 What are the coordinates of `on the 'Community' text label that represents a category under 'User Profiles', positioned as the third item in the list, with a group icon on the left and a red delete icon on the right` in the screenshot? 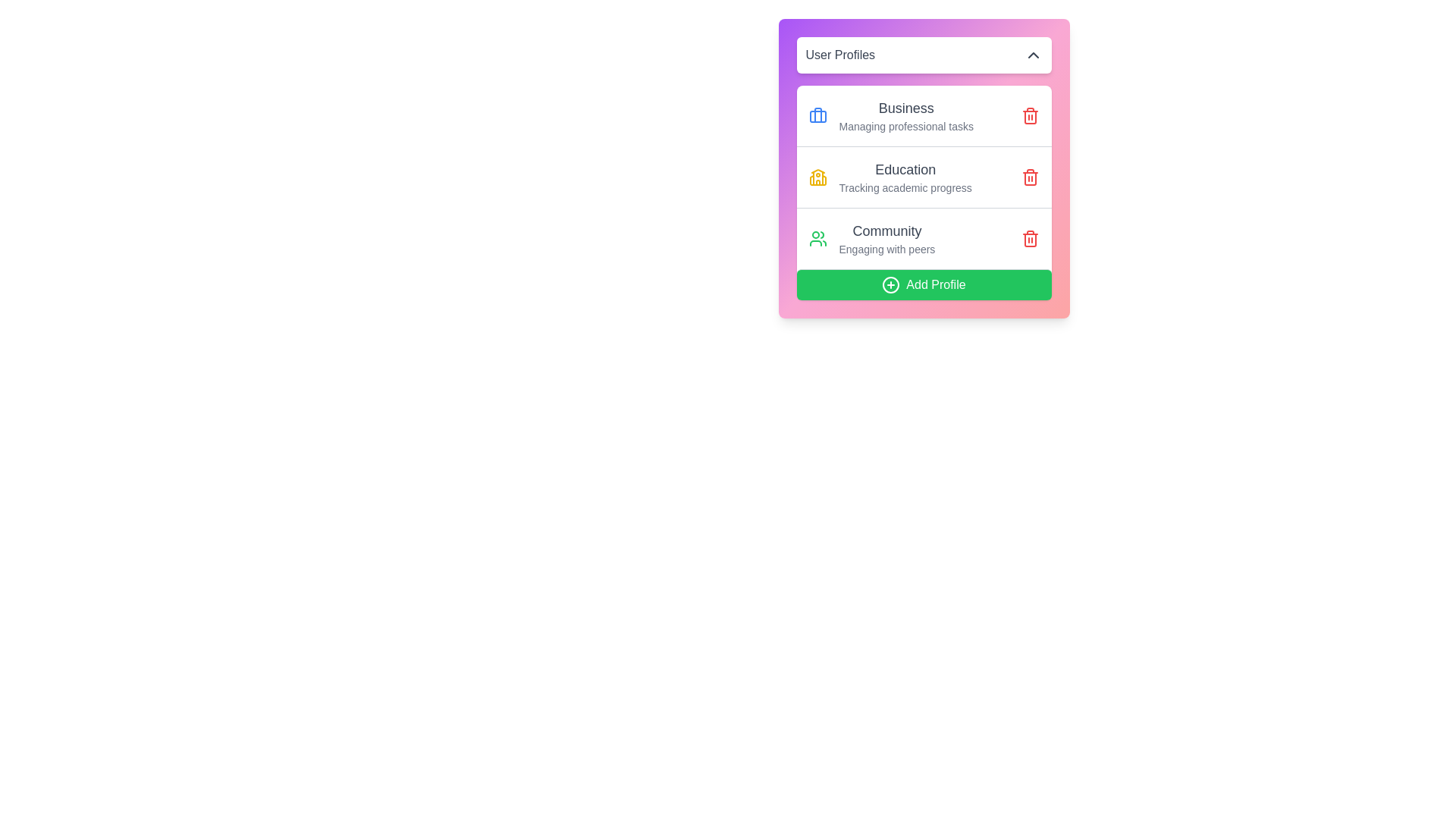 It's located at (886, 239).